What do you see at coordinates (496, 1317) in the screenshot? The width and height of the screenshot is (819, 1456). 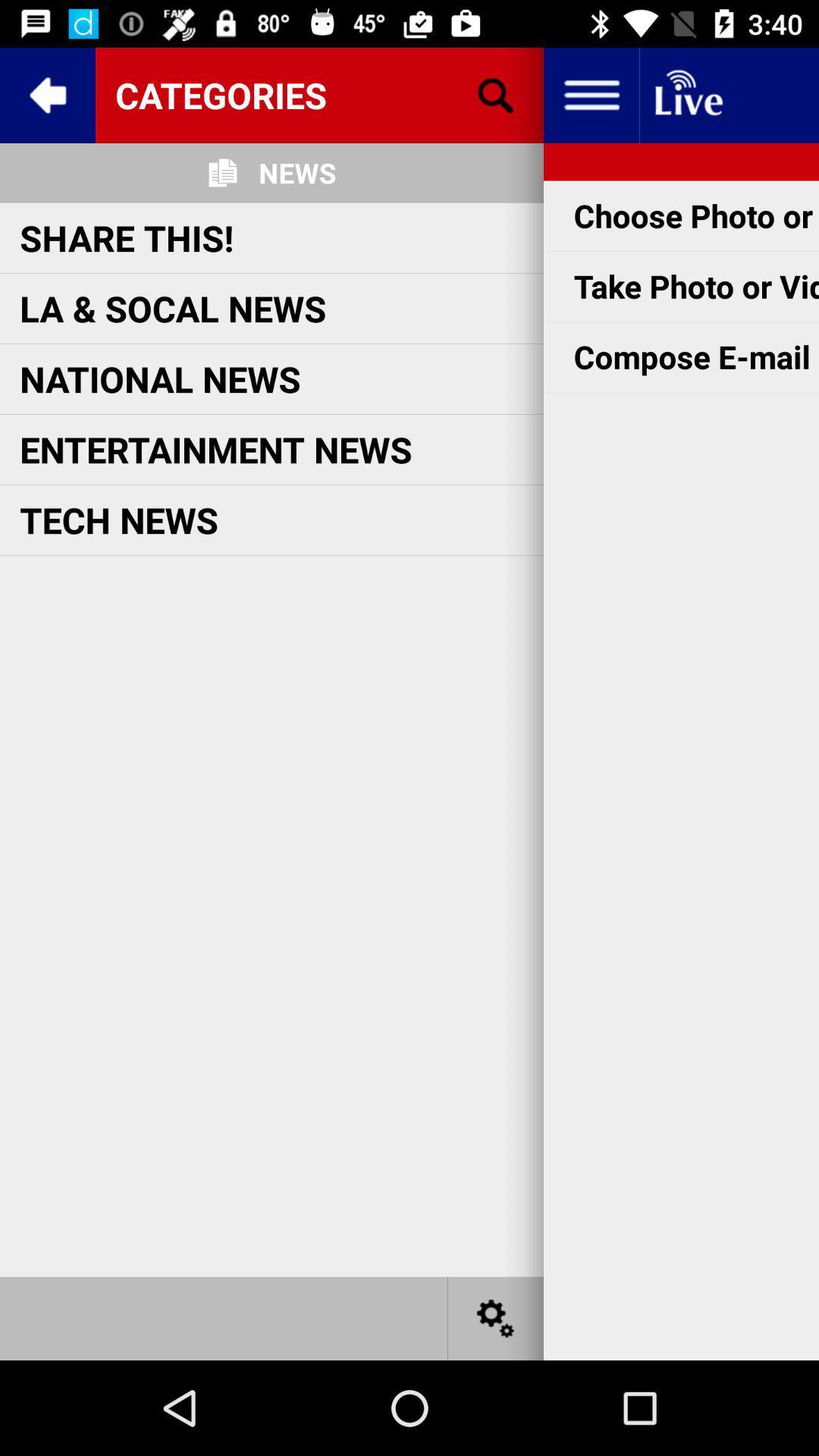 I see `he can activate the simple voice command` at bounding box center [496, 1317].